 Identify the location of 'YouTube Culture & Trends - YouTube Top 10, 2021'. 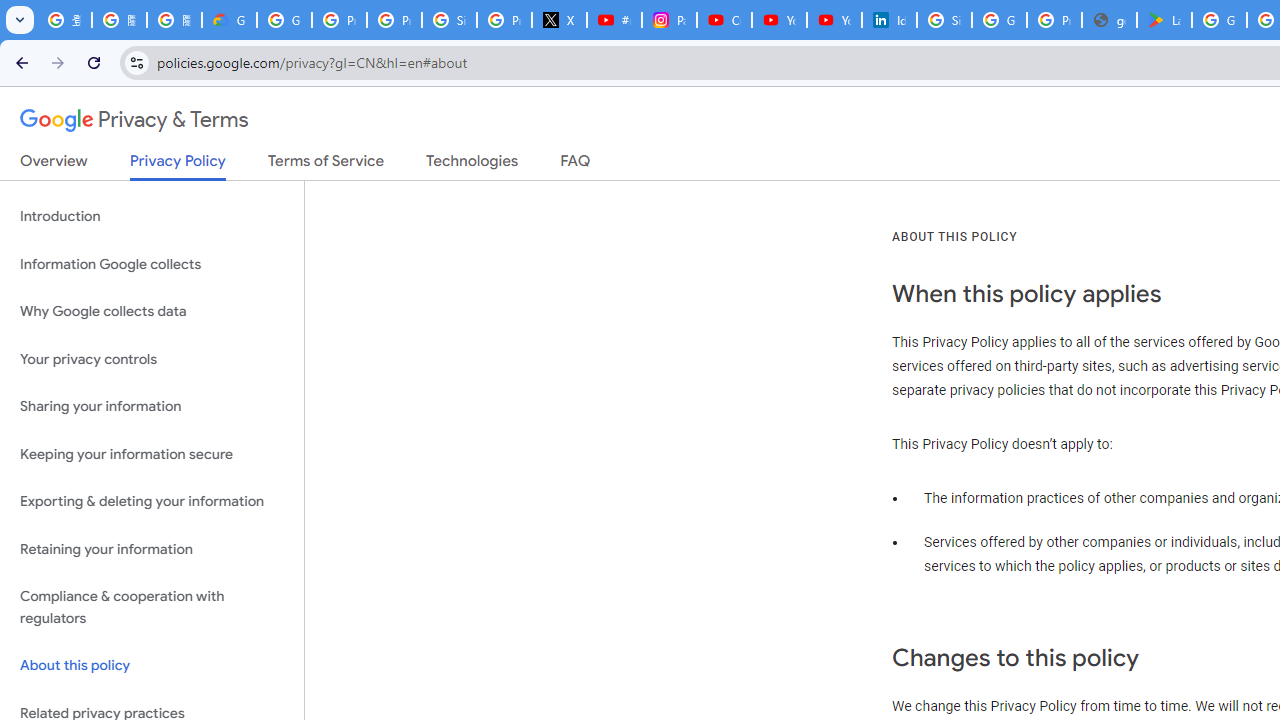
(833, 20).